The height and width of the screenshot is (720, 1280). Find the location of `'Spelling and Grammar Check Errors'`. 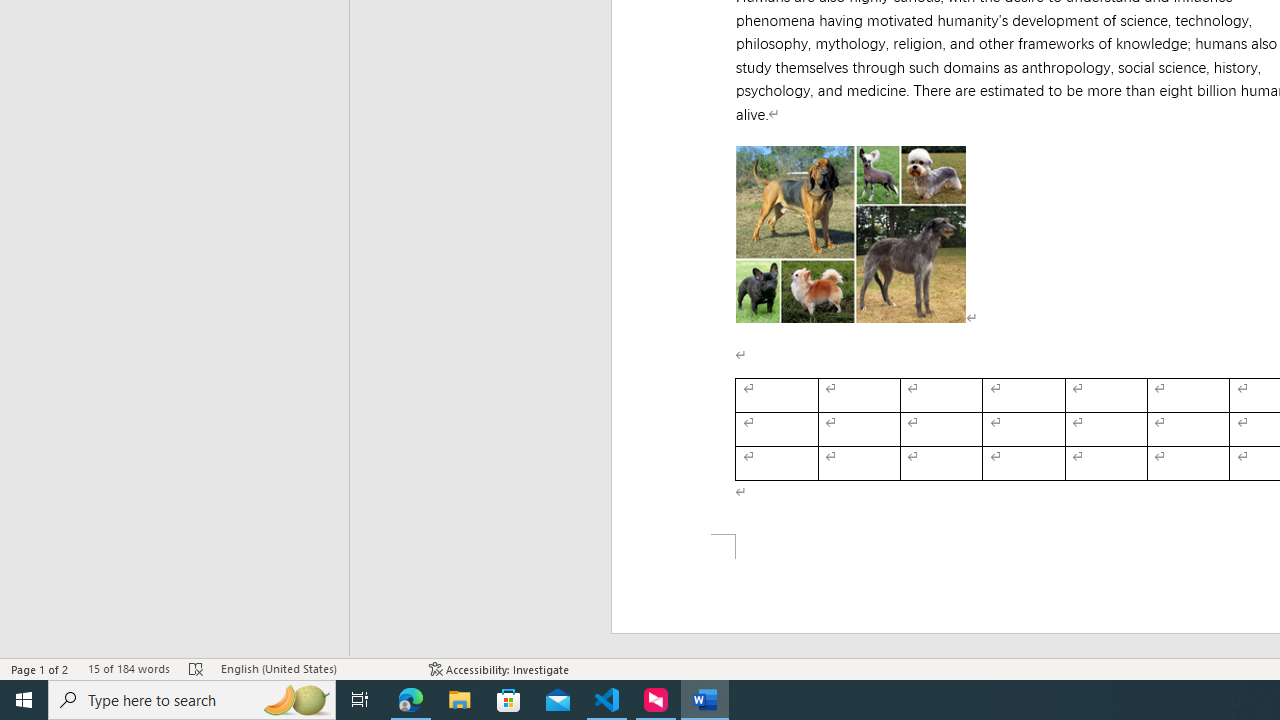

'Spelling and Grammar Check Errors' is located at coordinates (196, 669).